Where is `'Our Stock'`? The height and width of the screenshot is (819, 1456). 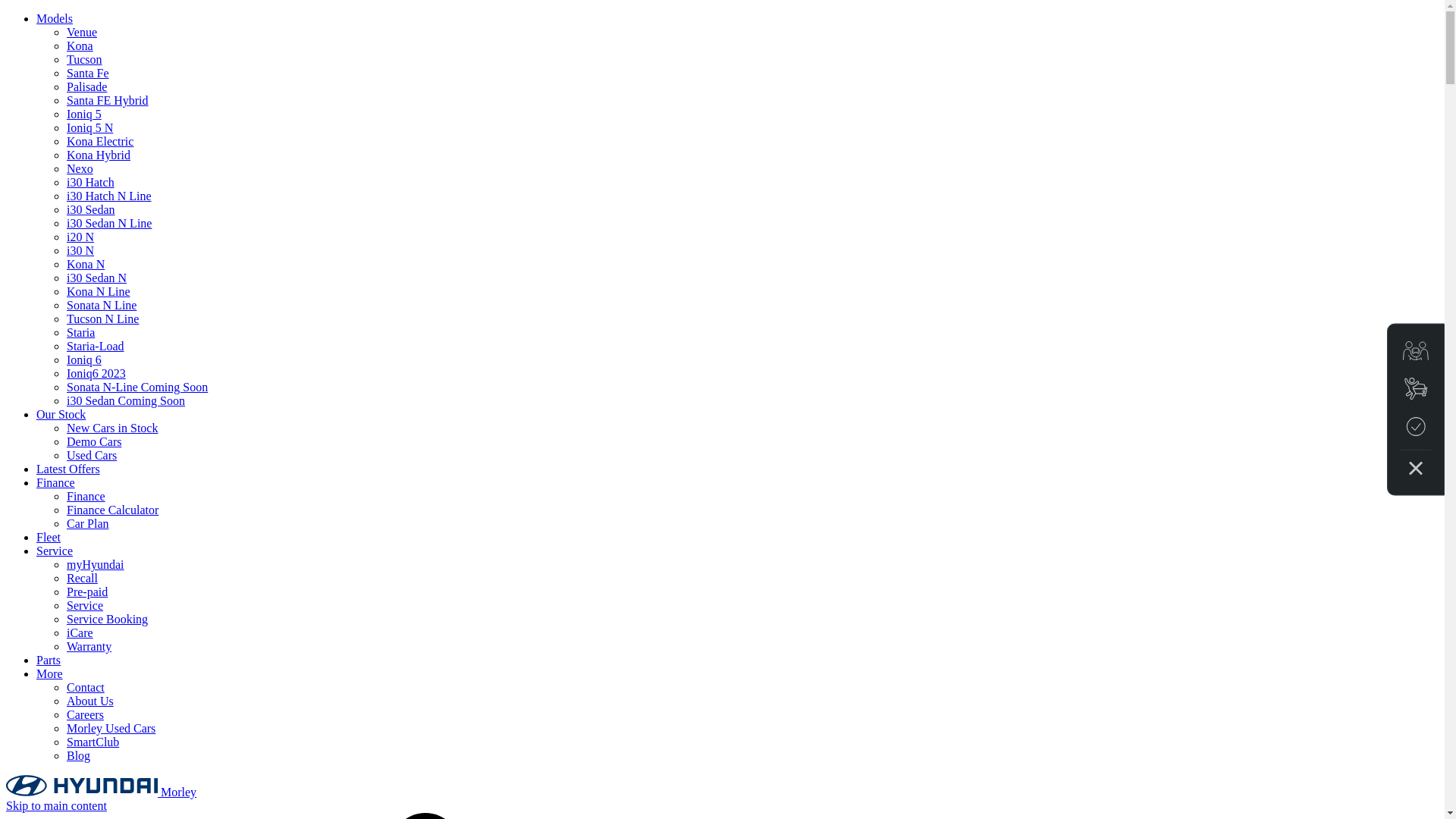 'Our Stock' is located at coordinates (36, 414).